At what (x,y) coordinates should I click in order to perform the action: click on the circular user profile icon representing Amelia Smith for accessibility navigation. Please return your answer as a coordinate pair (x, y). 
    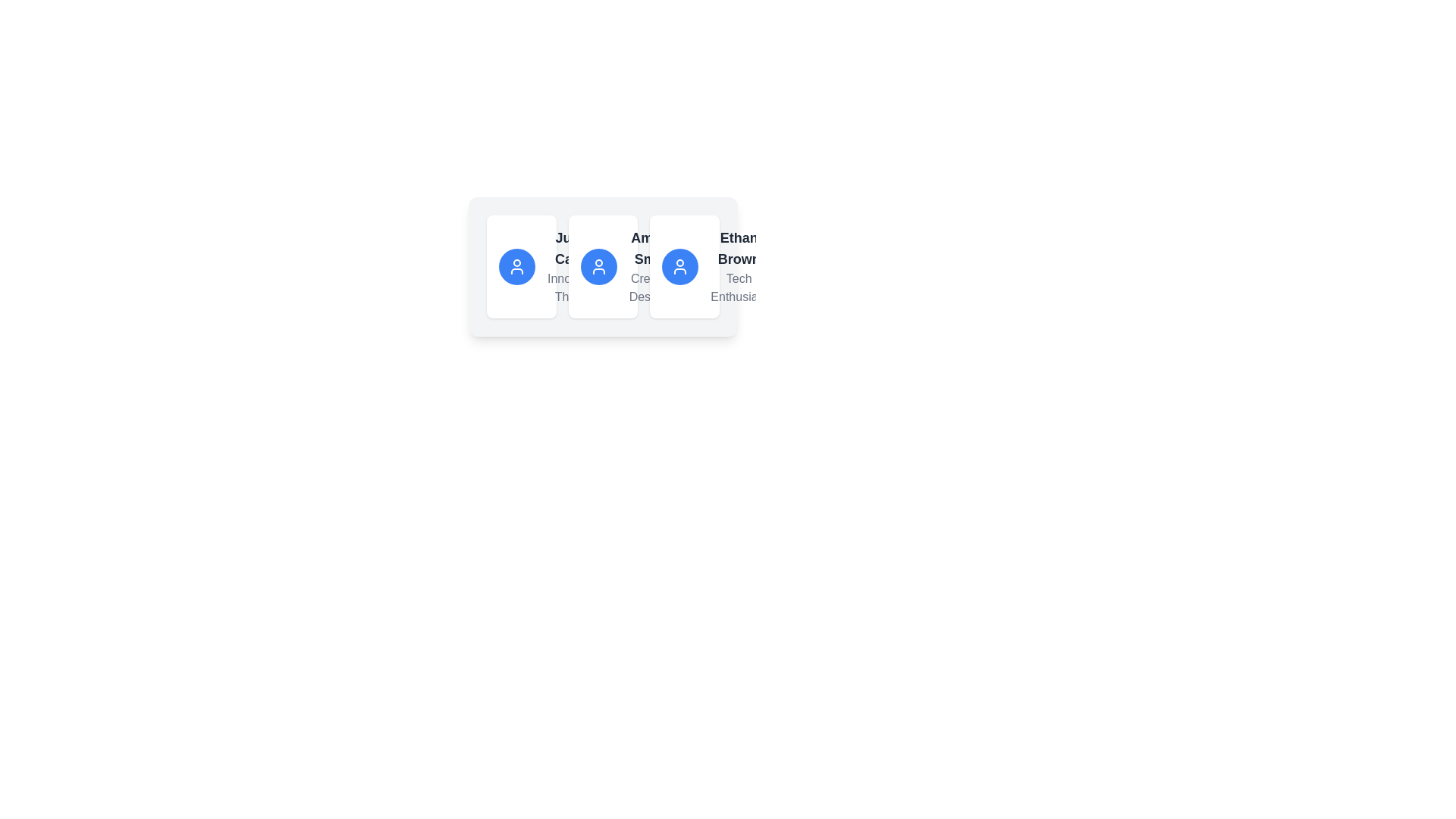
    Looking at the image, I should click on (598, 265).